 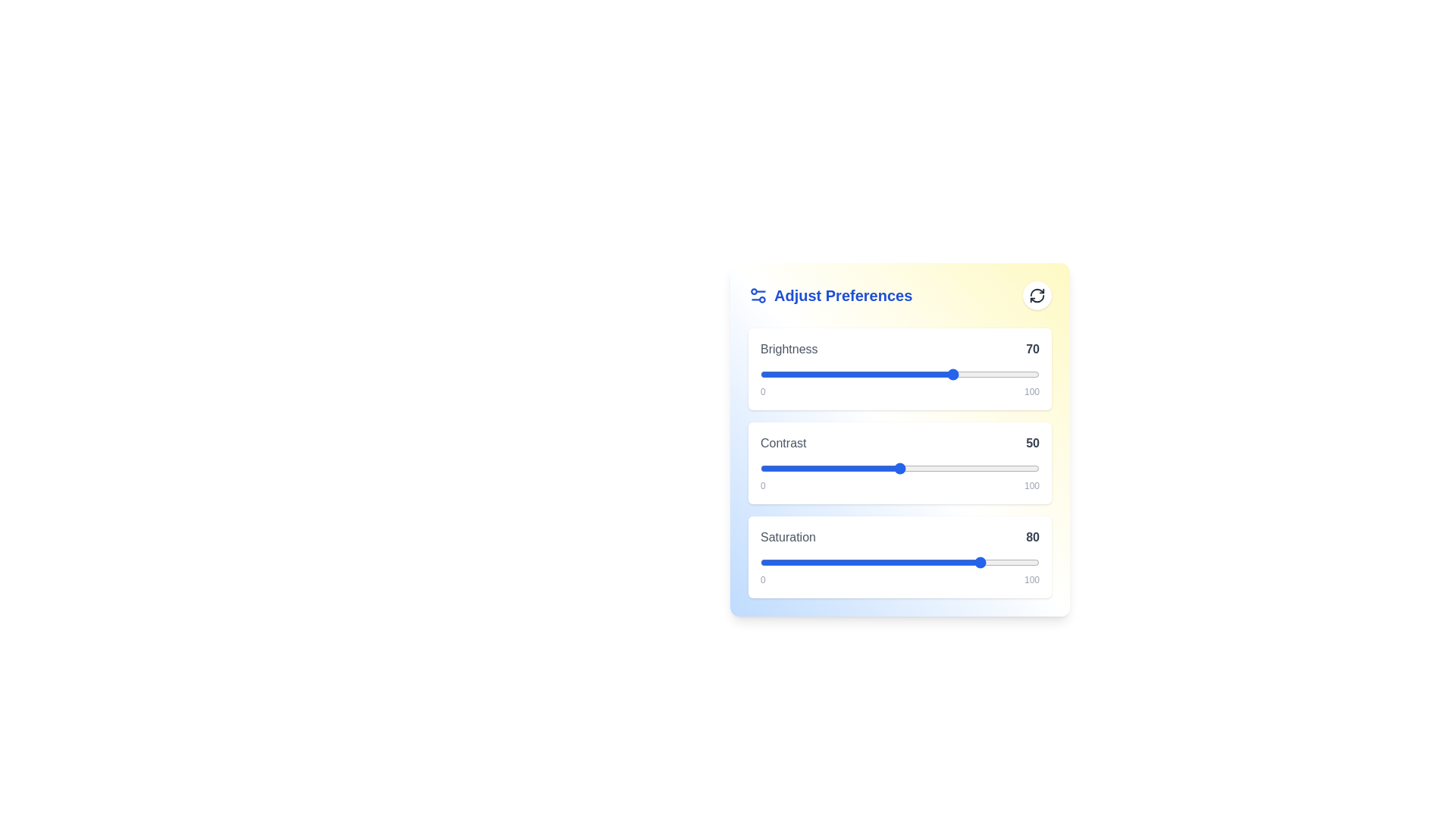 I want to click on the refresh button with an icon located at the top-right corner of the 'Adjust Preferences' section, so click(x=1037, y=295).